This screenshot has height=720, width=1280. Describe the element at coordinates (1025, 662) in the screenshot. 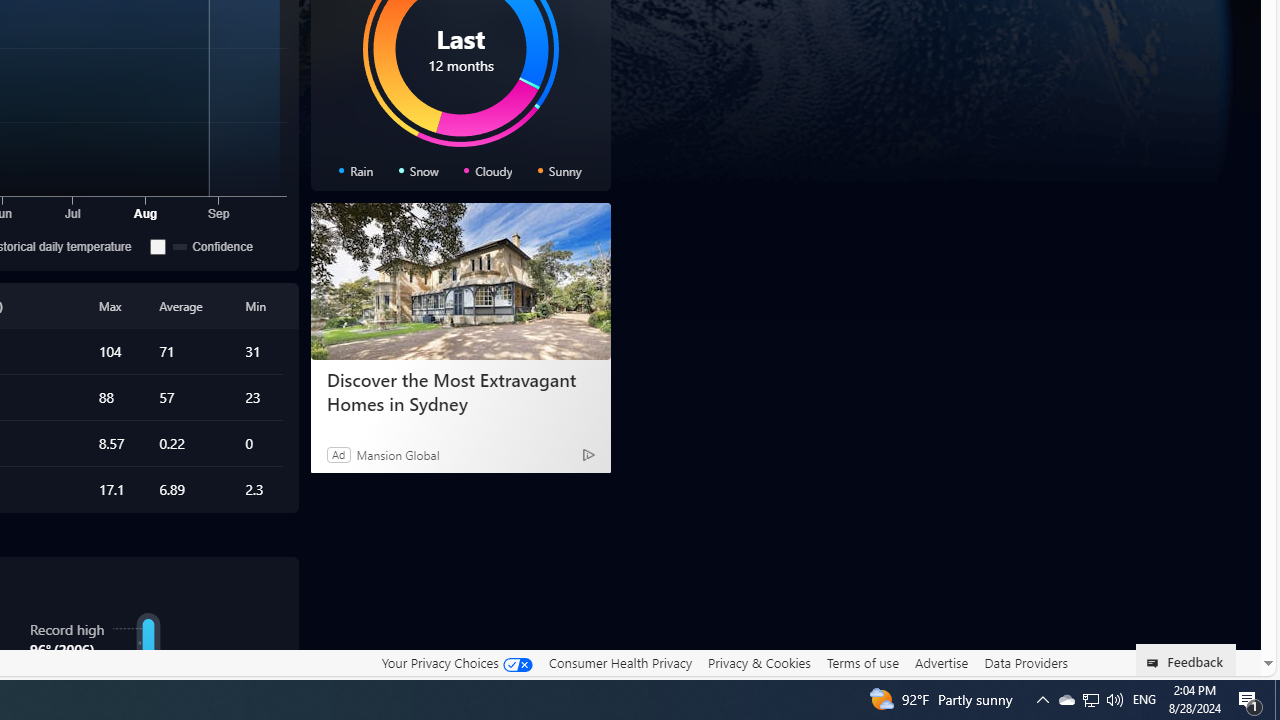

I see `'Data Providers'` at that location.